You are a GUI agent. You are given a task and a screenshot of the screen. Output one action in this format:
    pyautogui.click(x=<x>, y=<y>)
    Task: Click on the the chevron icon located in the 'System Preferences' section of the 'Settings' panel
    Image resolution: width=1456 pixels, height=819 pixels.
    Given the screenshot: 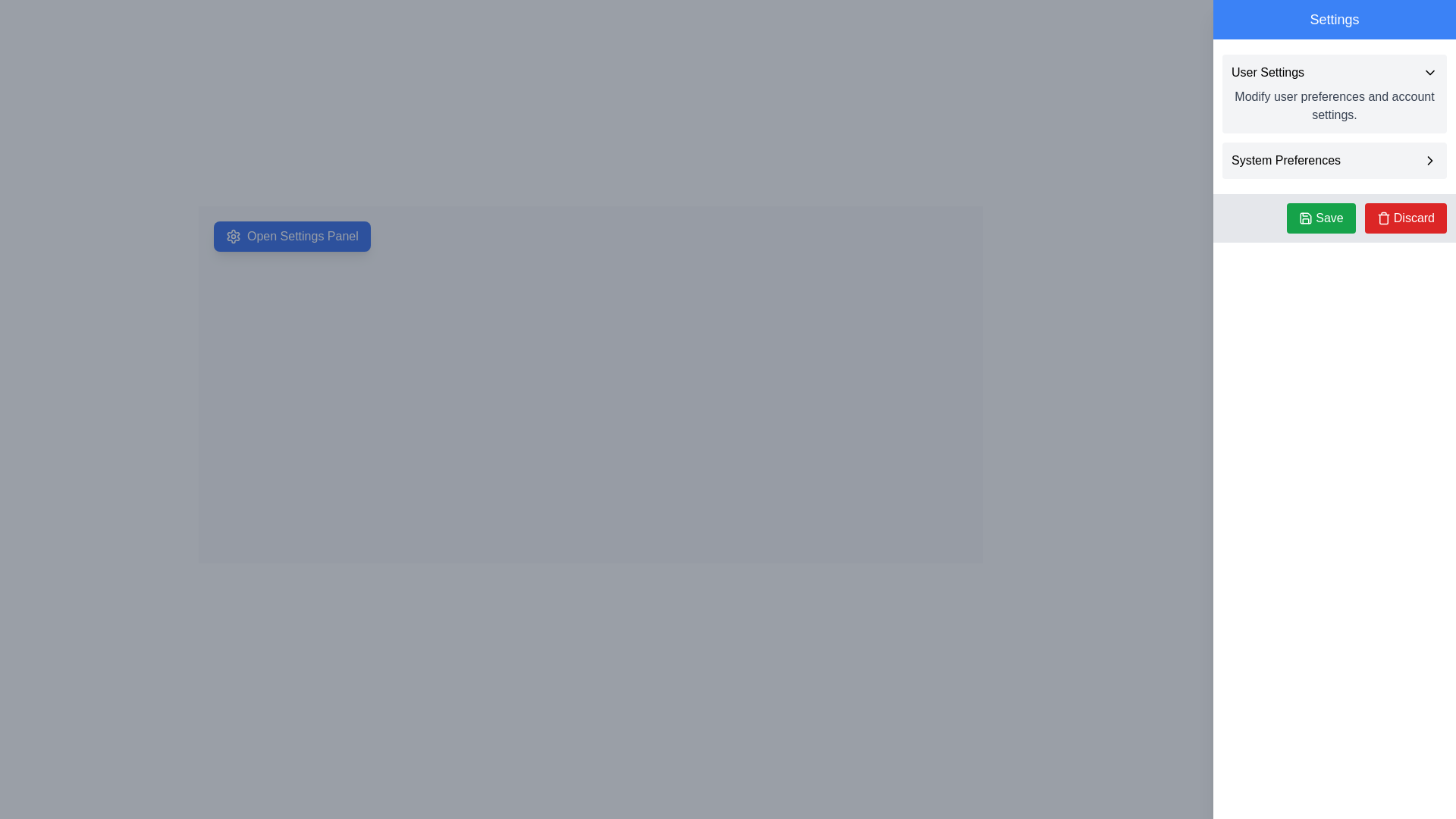 What is the action you would take?
    pyautogui.click(x=1429, y=161)
    